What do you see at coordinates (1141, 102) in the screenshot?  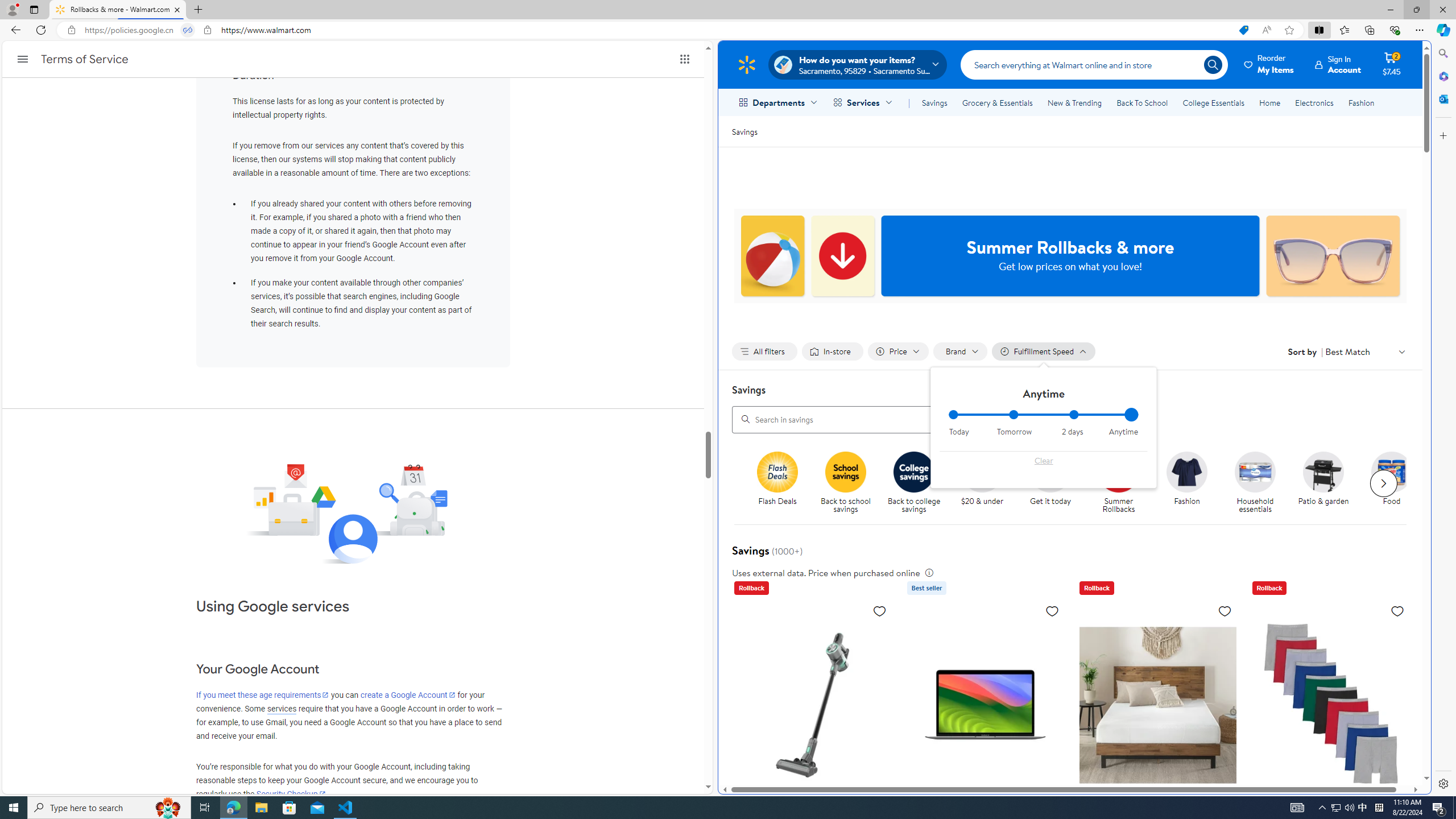 I see `'Back To School'` at bounding box center [1141, 102].